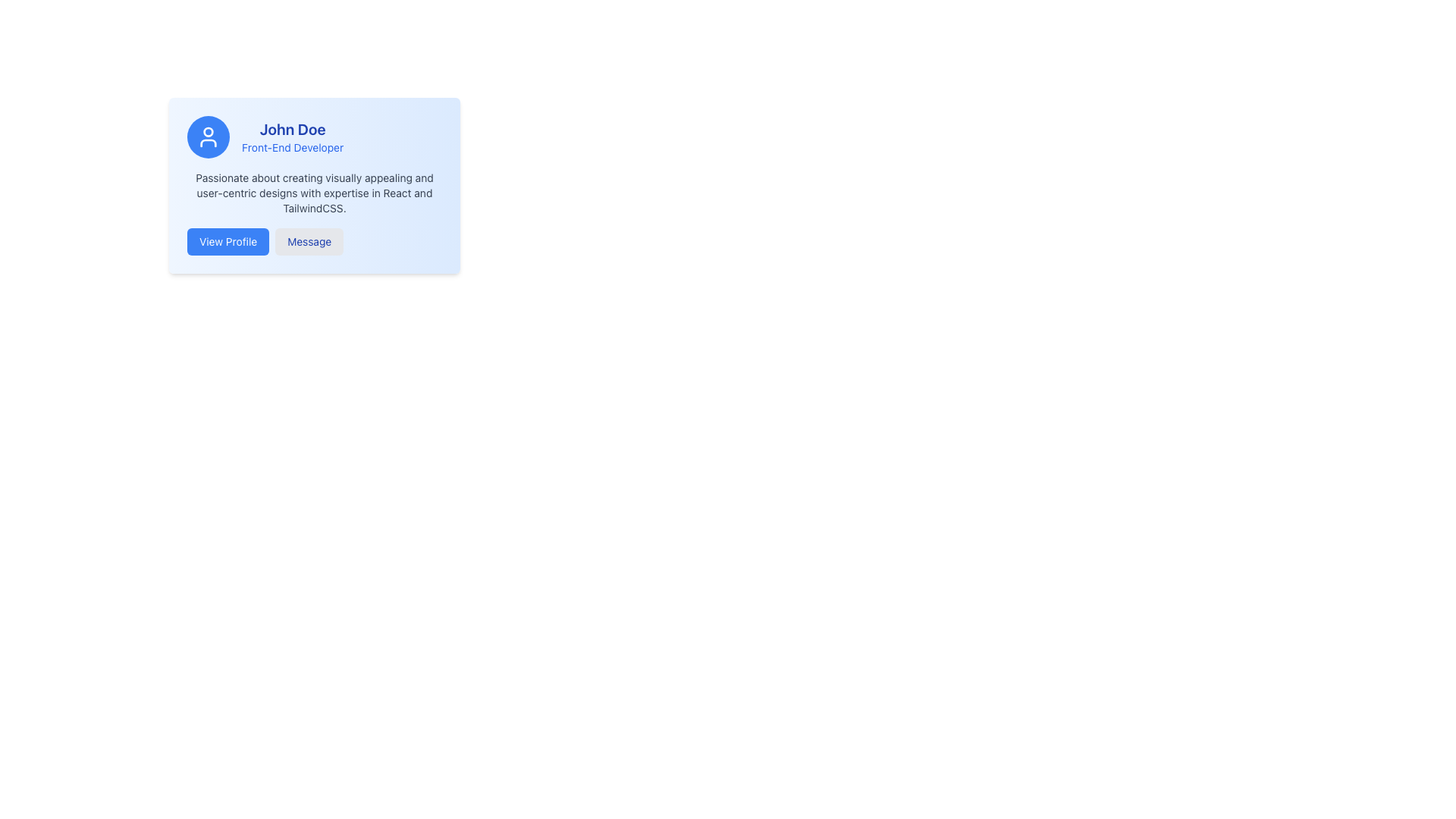 The height and width of the screenshot is (819, 1456). Describe the element at coordinates (293, 128) in the screenshot. I see `the text label displaying 'John Doe' which is styled in a large bold font and blue color, located at the top of the profile card layout` at that location.